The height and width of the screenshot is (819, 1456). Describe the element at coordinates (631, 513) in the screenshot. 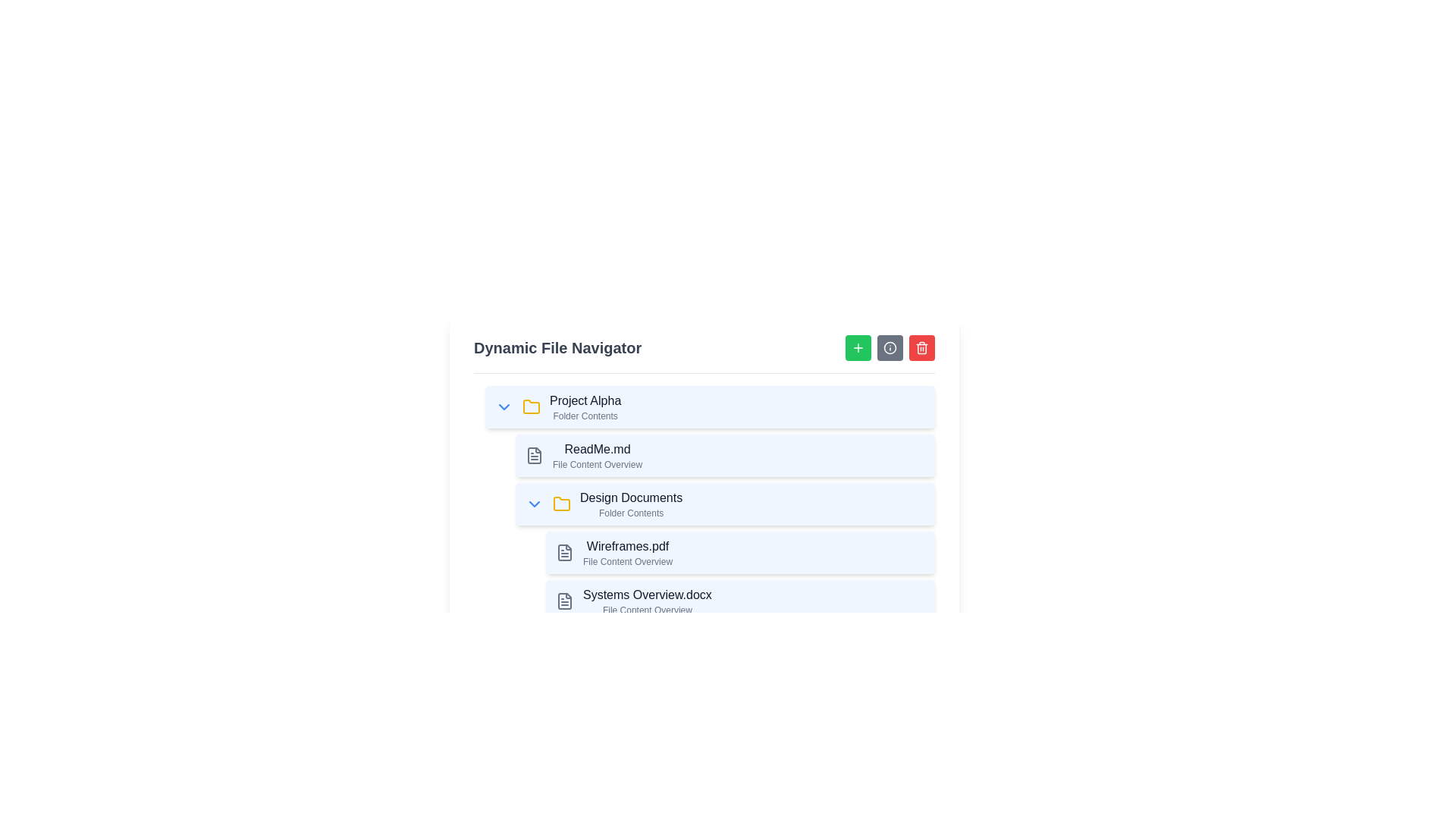

I see `descriptive text label located directly below the 'Design Documents' text in the file navigation interface` at that location.